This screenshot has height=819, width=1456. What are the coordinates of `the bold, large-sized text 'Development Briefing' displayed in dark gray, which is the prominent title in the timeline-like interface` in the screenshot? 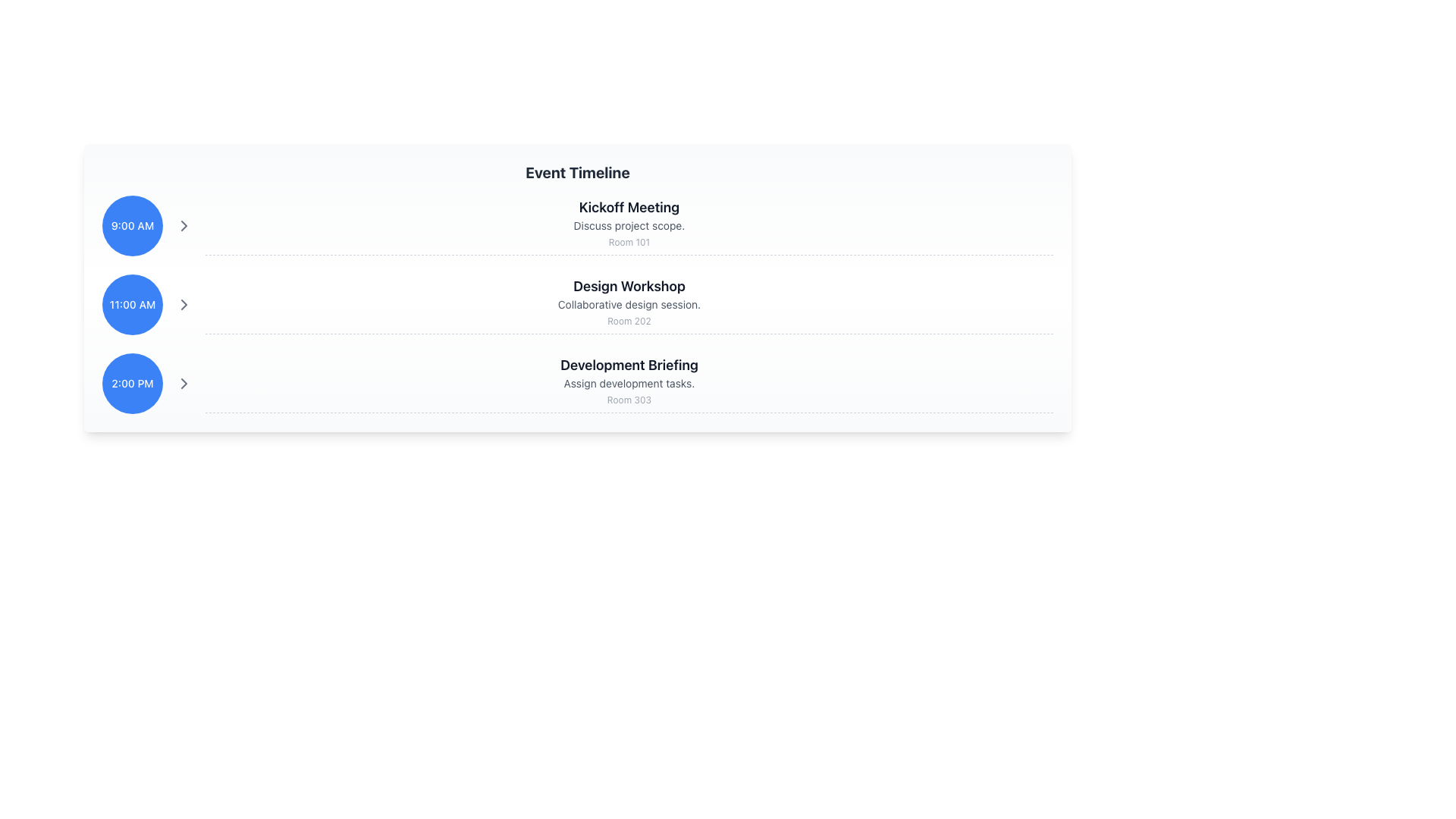 It's located at (629, 365).